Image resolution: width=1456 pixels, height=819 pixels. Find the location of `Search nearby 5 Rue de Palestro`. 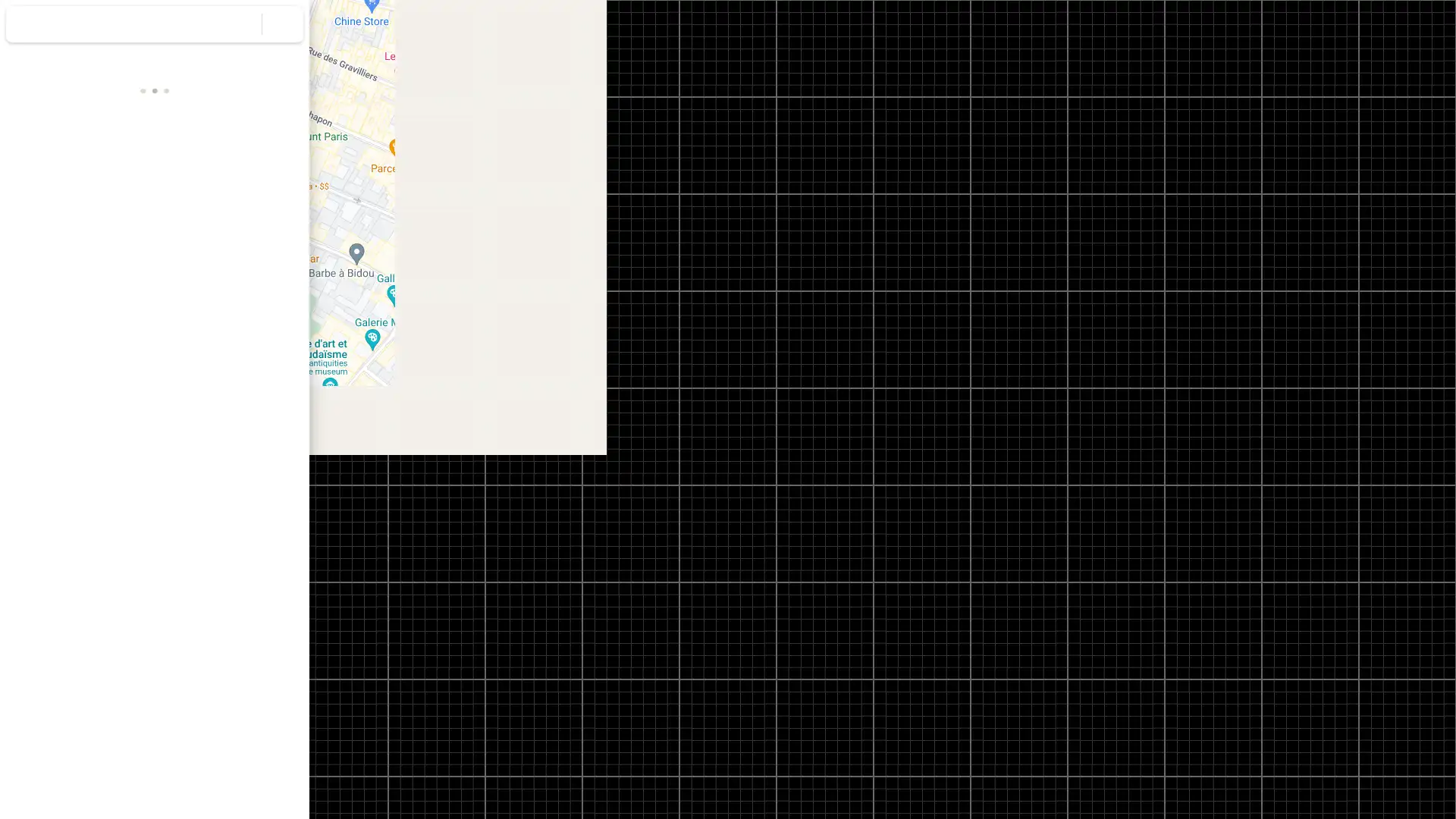

Search nearby 5 Rue de Palestro is located at coordinates (154, 259).